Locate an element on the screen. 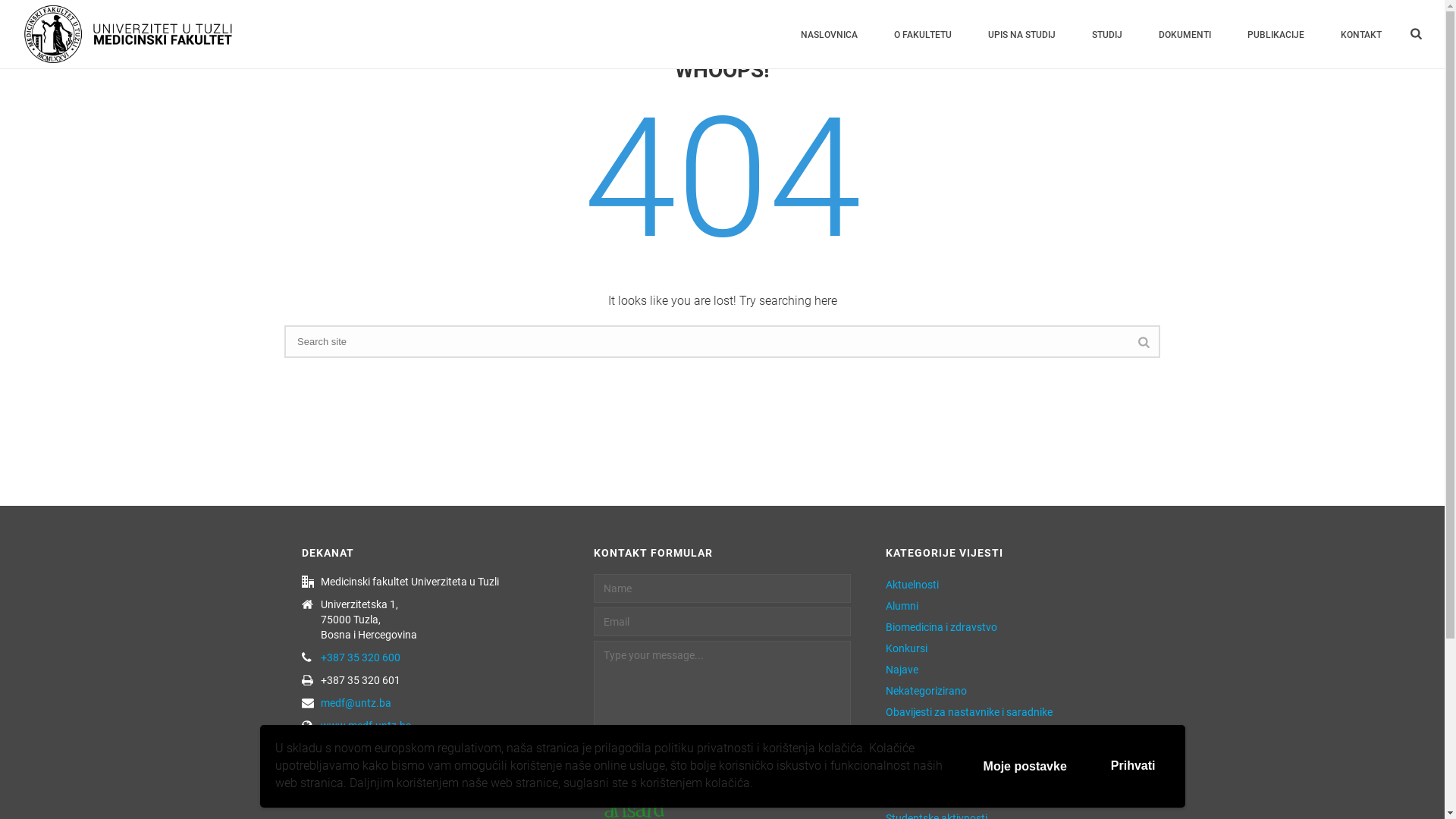 The height and width of the screenshot is (819, 1456). 'Obavijesti za nastavnike i saradnike' is located at coordinates (968, 711).